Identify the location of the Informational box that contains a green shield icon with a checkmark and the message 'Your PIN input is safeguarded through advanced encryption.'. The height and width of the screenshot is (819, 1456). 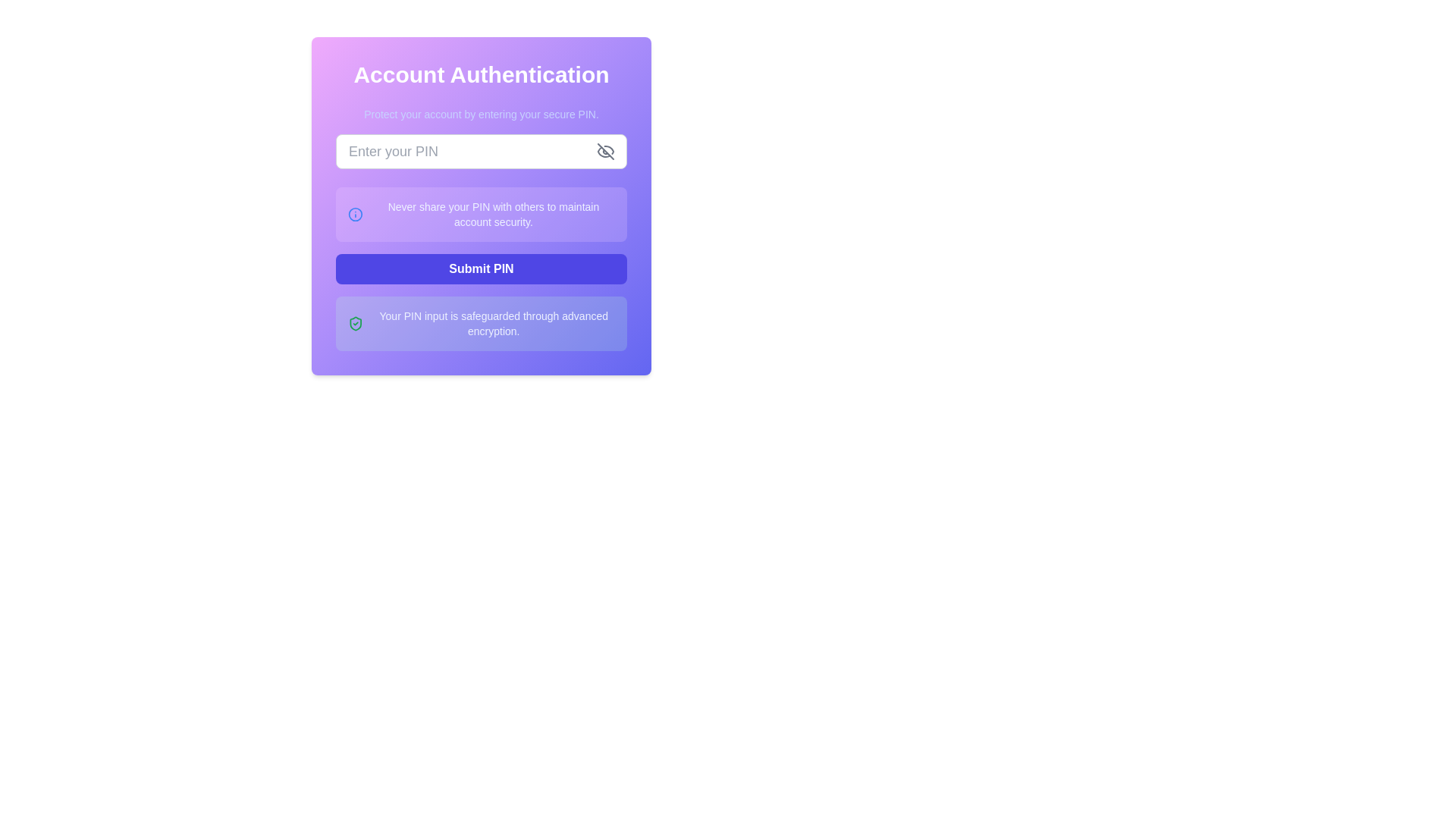
(480, 323).